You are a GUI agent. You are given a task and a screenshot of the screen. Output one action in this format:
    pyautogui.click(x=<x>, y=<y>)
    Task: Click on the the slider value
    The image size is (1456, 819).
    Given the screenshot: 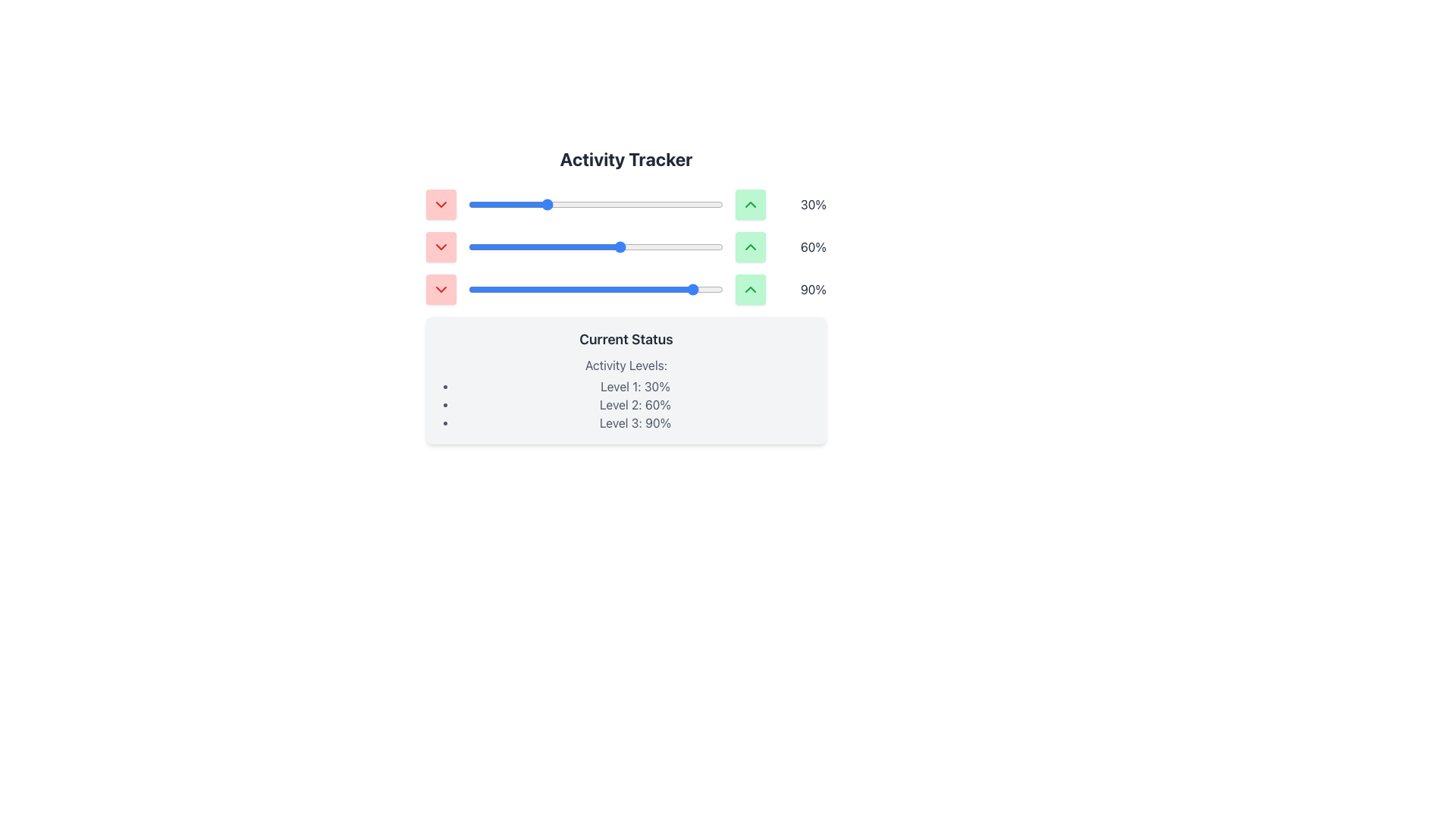 What is the action you would take?
    pyautogui.click(x=710, y=246)
    